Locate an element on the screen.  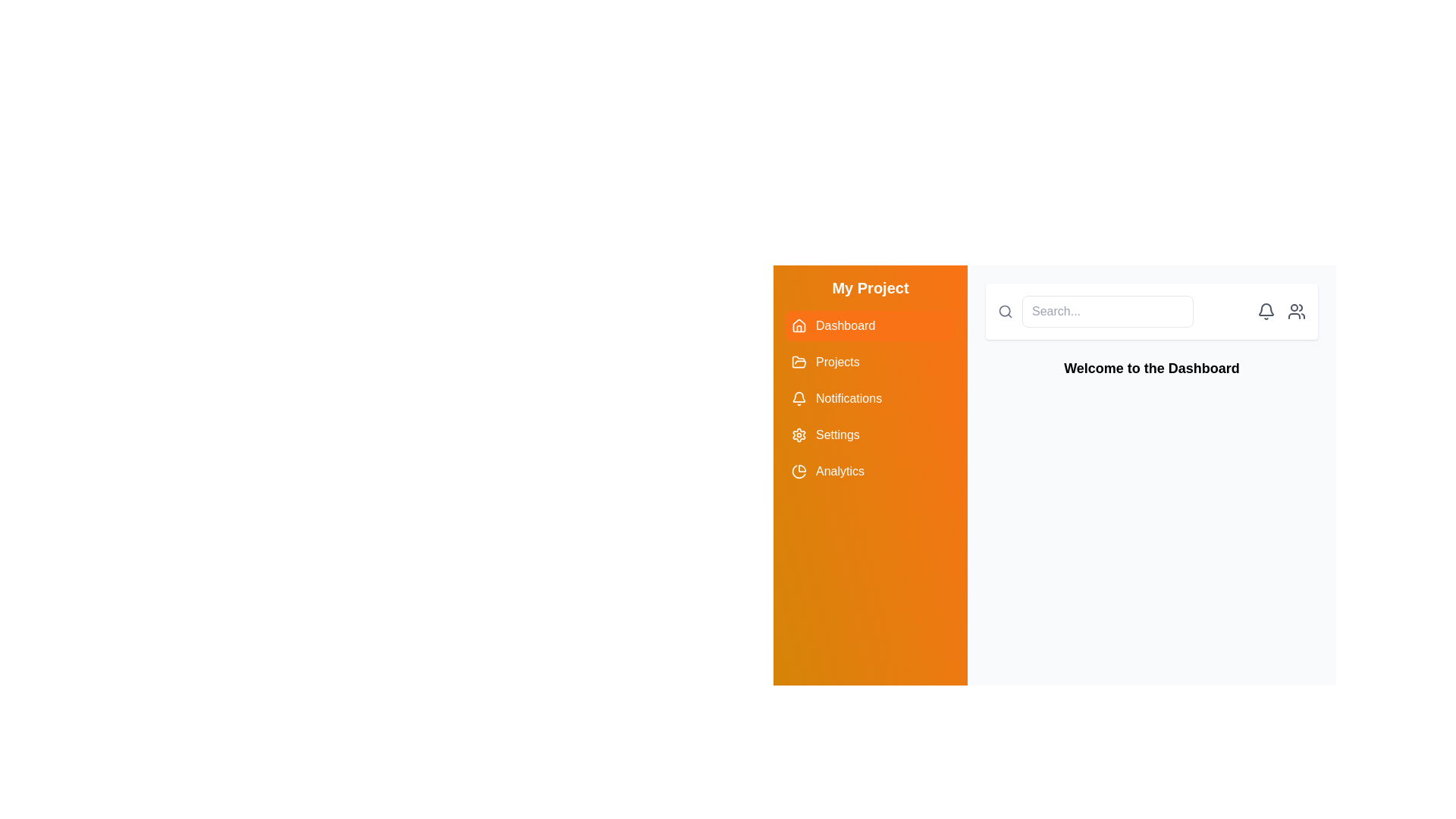
the circular pie chart icon in the sidebar is located at coordinates (799, 470).